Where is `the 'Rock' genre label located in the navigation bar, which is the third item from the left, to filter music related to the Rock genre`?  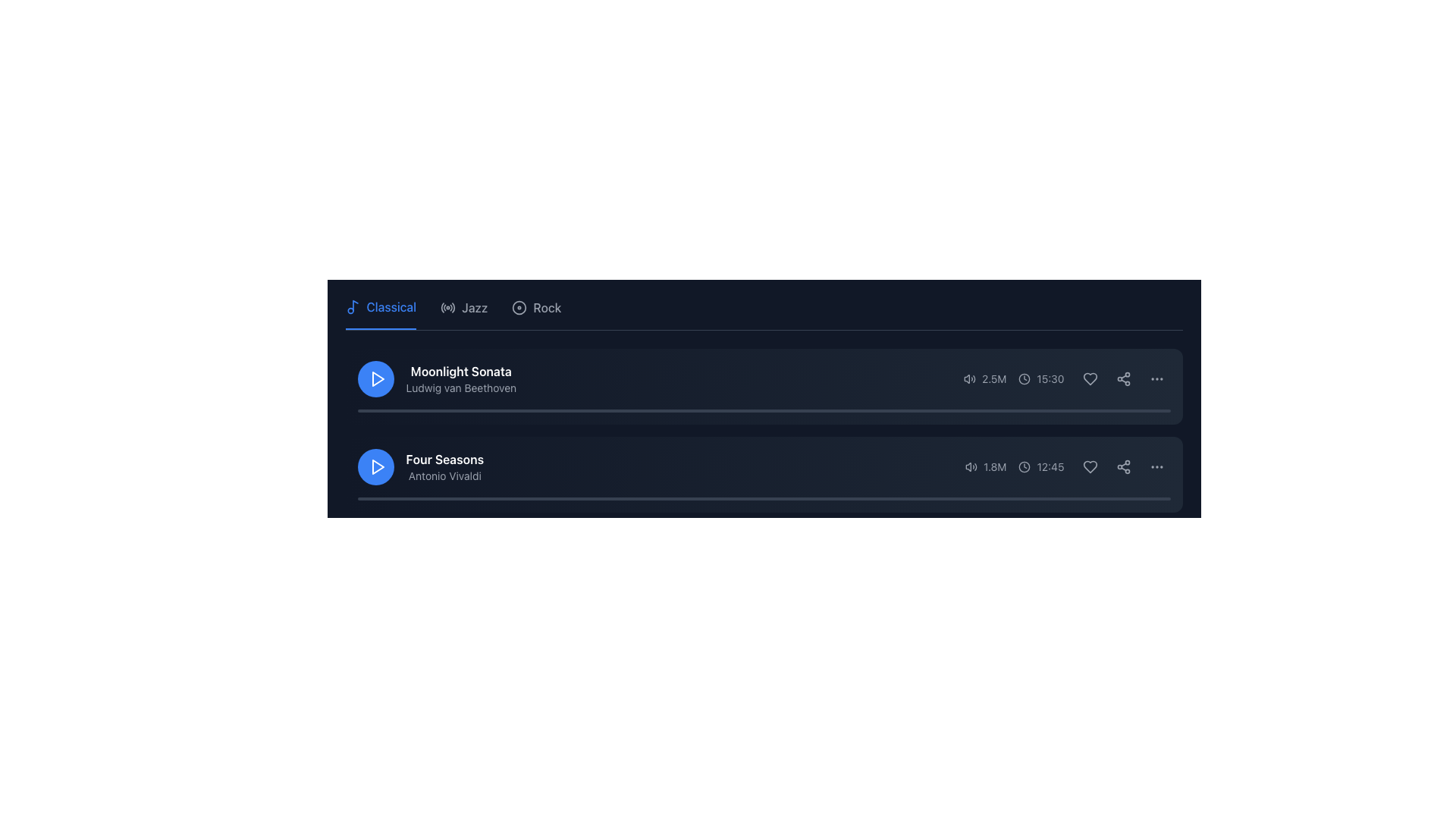 the 'Rock' genre label located in the navigation bar, which is the third item from the left, to filter music related to the Rock genre is located at coordinates (546, 307).